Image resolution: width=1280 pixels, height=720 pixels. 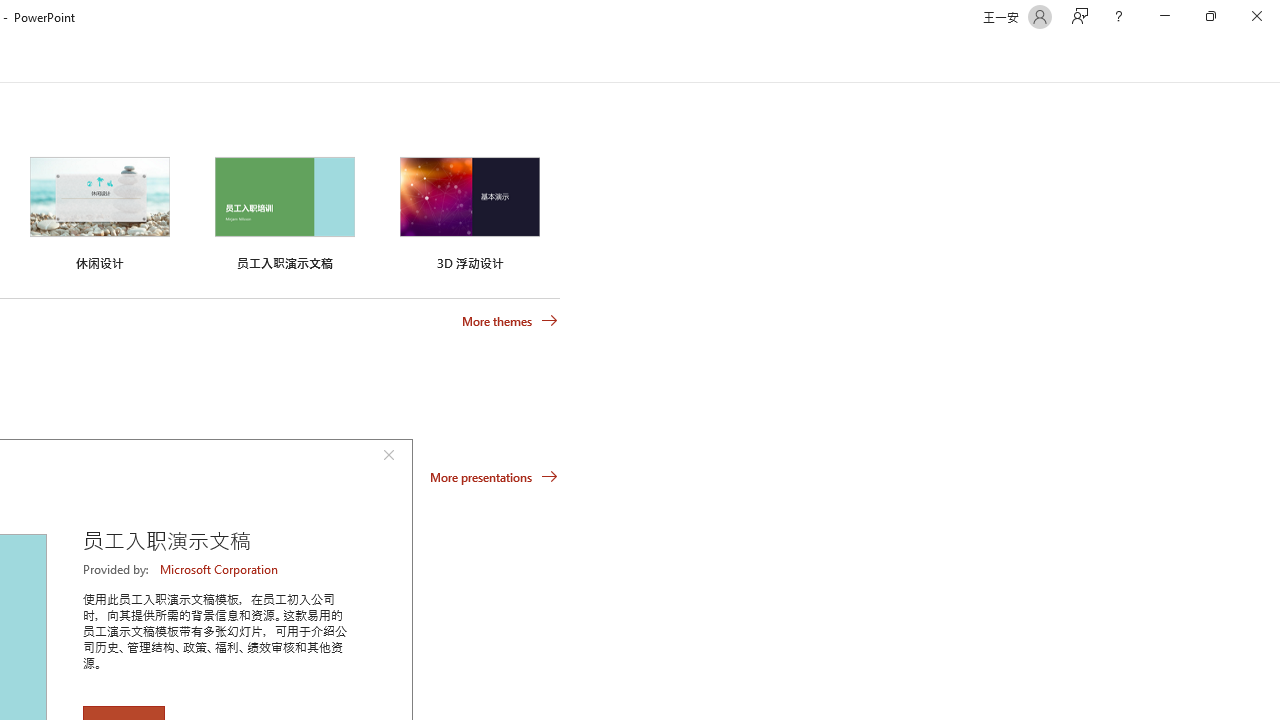 I want to click on 'Close', so click(x=1255, y=16).